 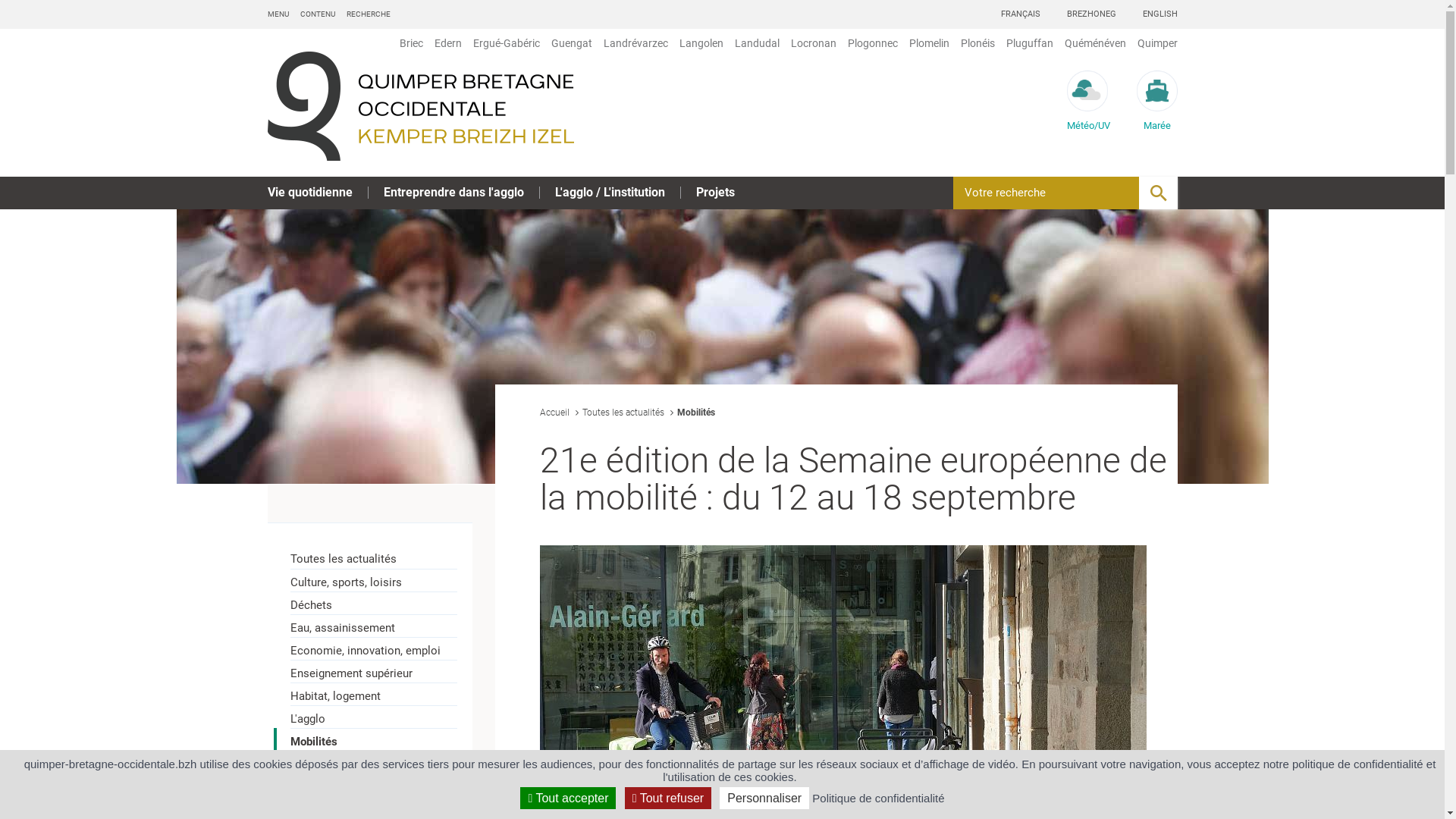 What do you see at coordinates (379, 626) in the screenshot?
I see `'Eau, assainissement'` at bounding box center [379, 626].